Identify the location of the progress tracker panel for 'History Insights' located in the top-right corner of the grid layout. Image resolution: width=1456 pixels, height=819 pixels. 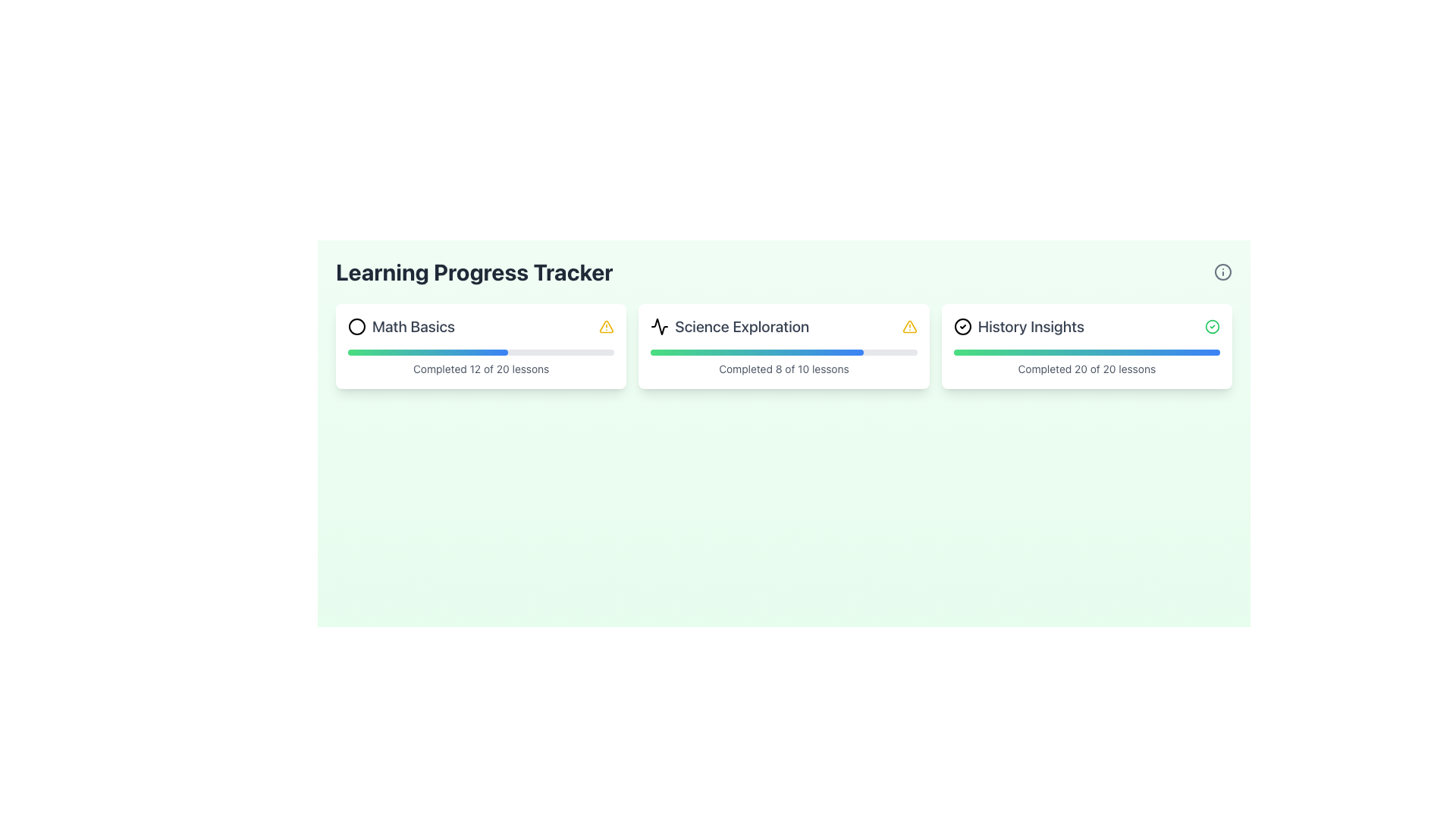
(1086, 346).